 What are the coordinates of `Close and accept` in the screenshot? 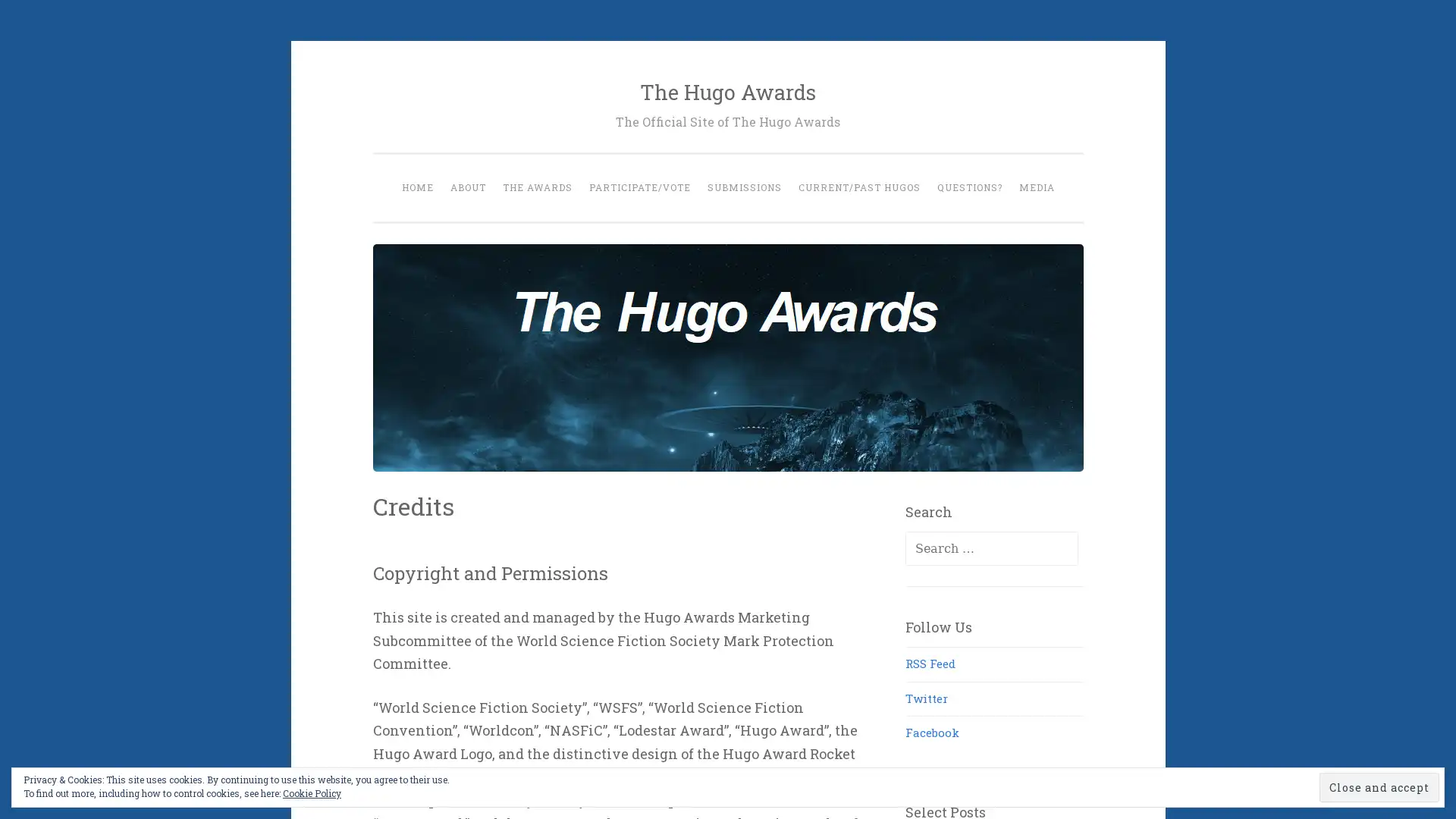 It's located at (1379, 786).